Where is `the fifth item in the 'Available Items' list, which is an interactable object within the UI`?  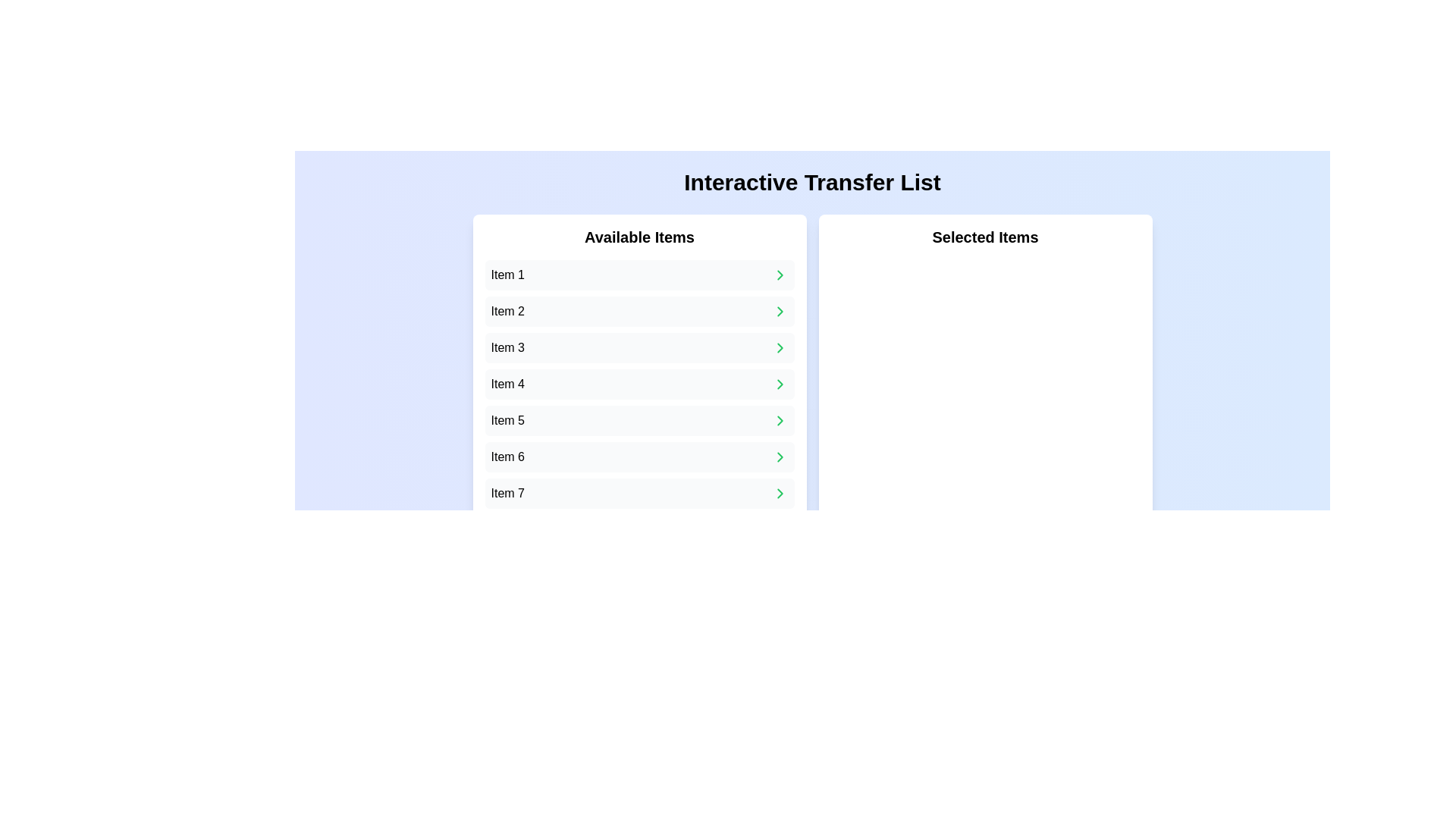 the fifth item in the 'Available Items' list, which is an interactable object within the UI is located at coordinates (639, 421).